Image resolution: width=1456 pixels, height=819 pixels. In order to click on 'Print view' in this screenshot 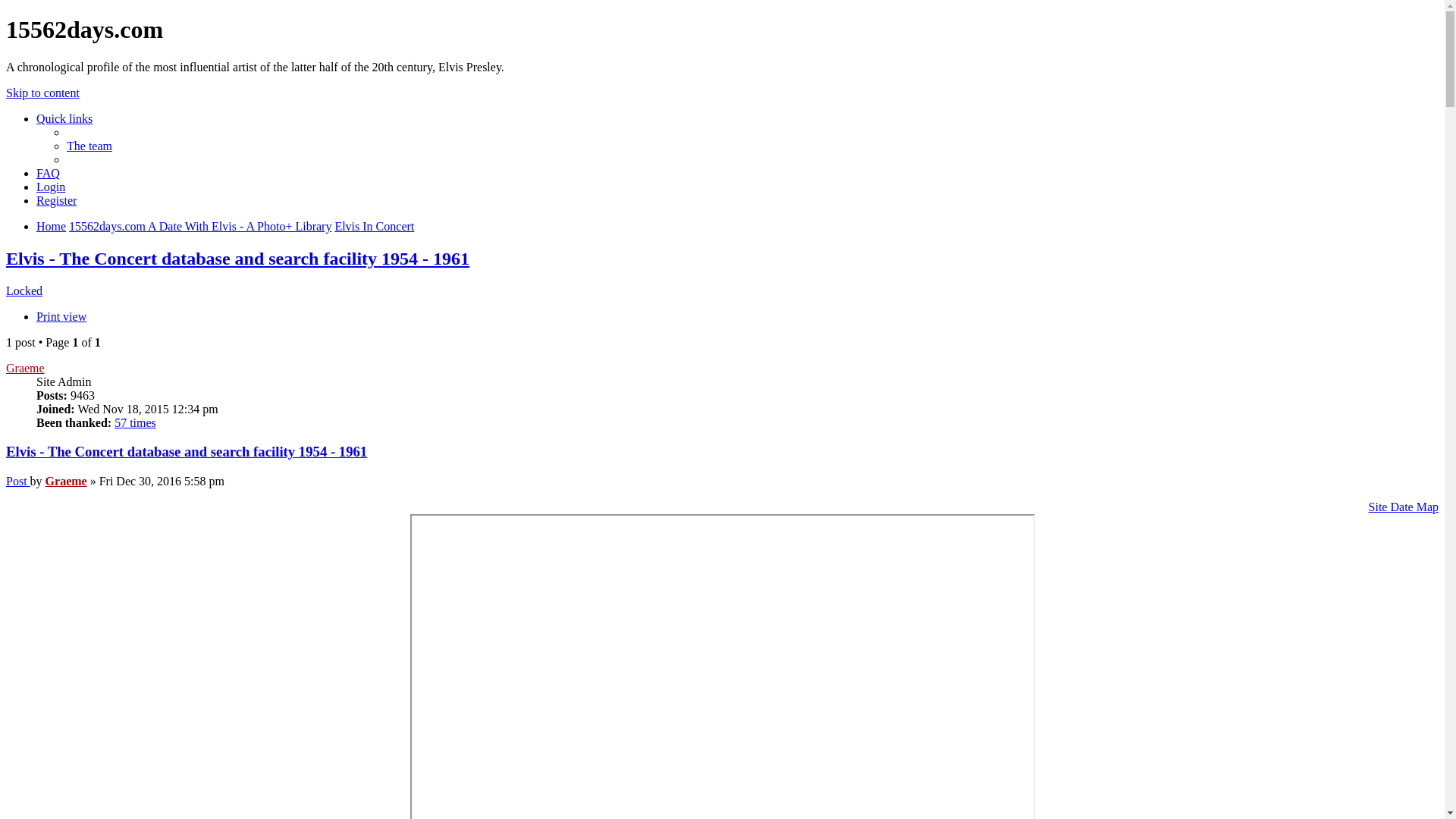, I will do `click(61, 315)`.